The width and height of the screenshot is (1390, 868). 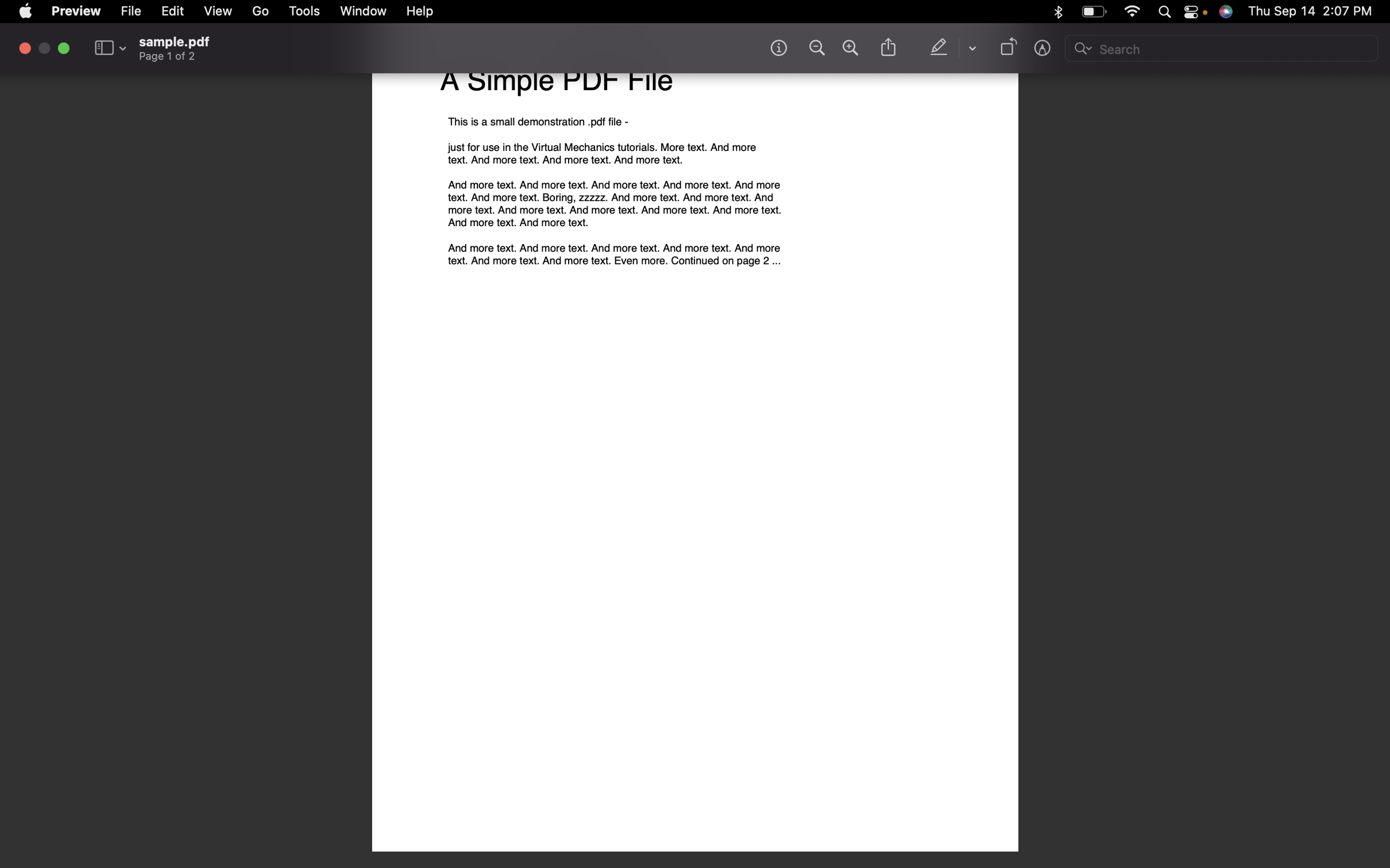 What do you see at coordinates (2010635, 844998) in the screenshot?
I see `the page below by scrolling down` at bounding box center [2010635, 844998].